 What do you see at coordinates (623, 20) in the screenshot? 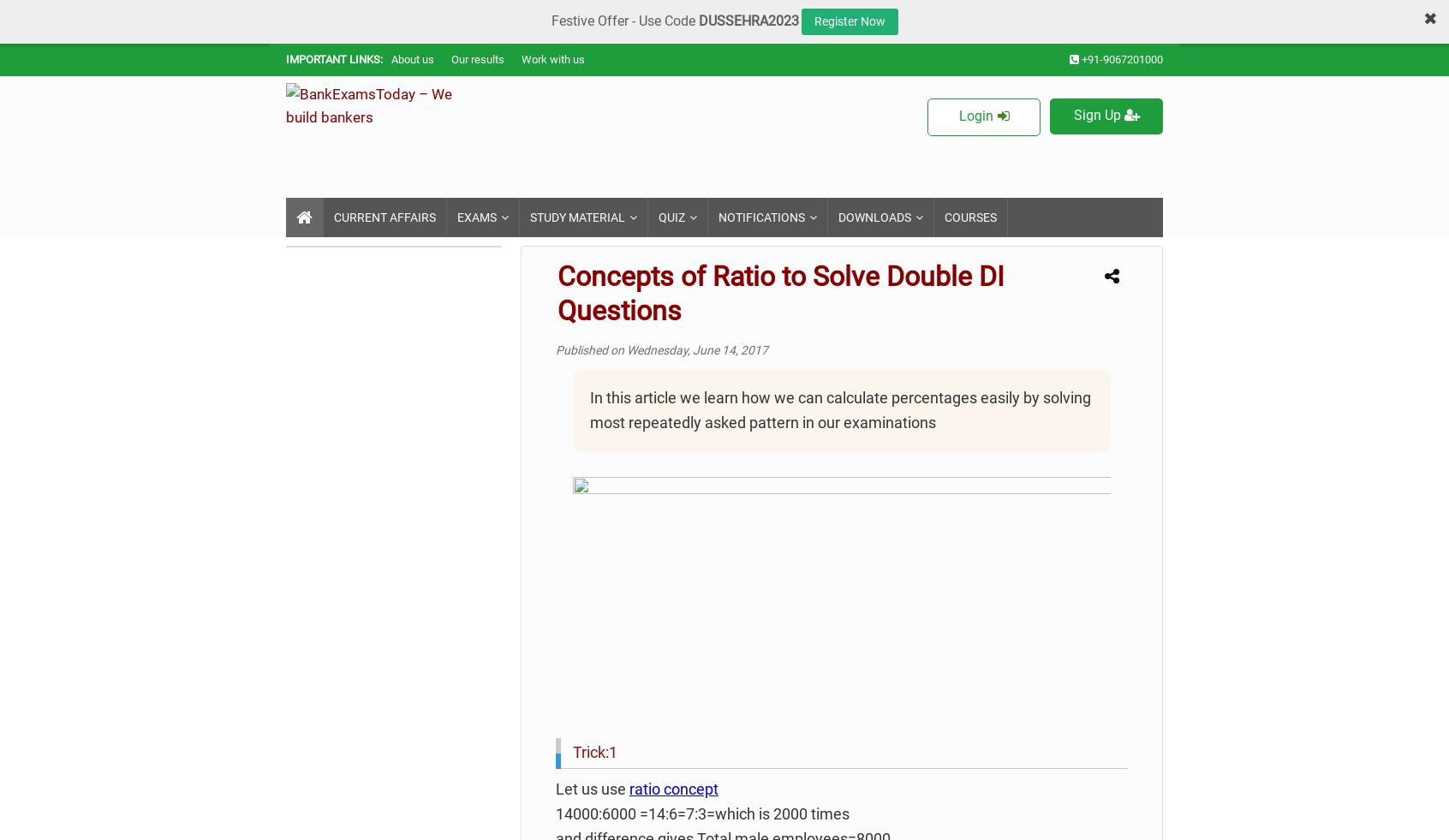
I see `'Festive Offer - Use Code'` at bounding box center [623, 20].